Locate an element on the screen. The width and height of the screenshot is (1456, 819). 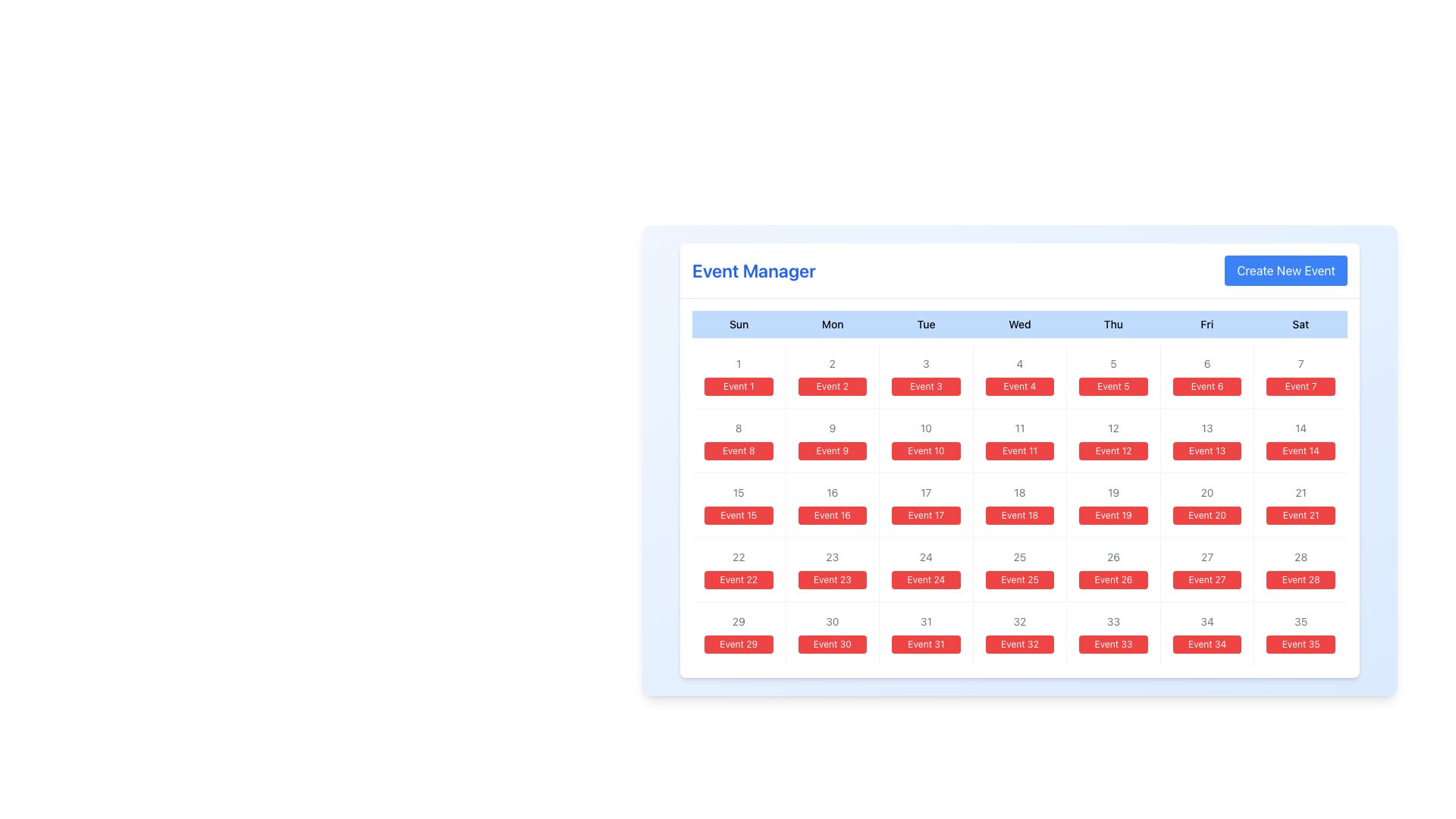
the red rectangular button labeled 'Event 11' located below the 'Wed' header in the calendar grid layout is located at coordinates (1019, 450).